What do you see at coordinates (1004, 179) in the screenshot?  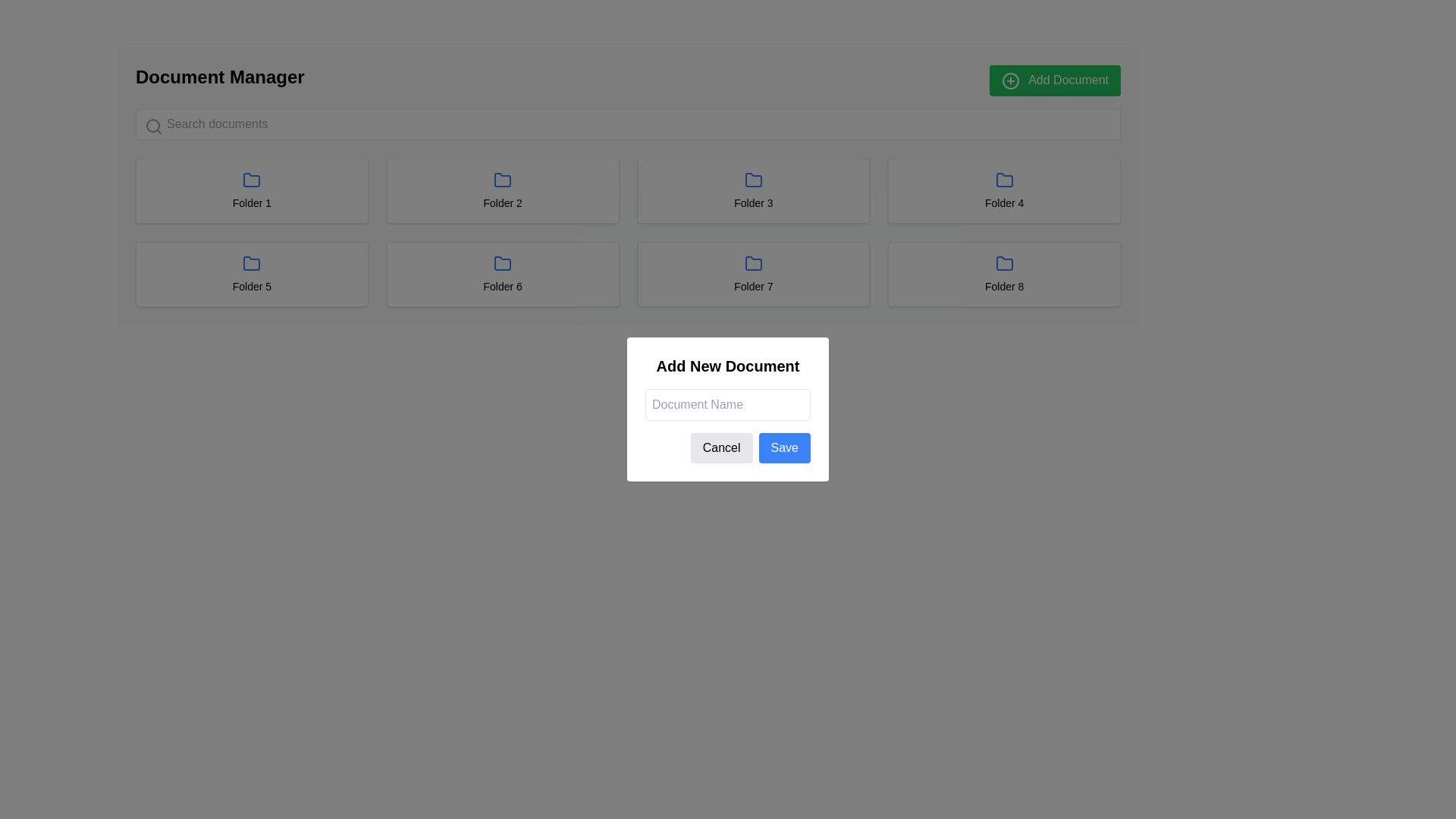 I see `the blue folder icon representing 'Folder 4' located` at bounding box center [1004, 179].